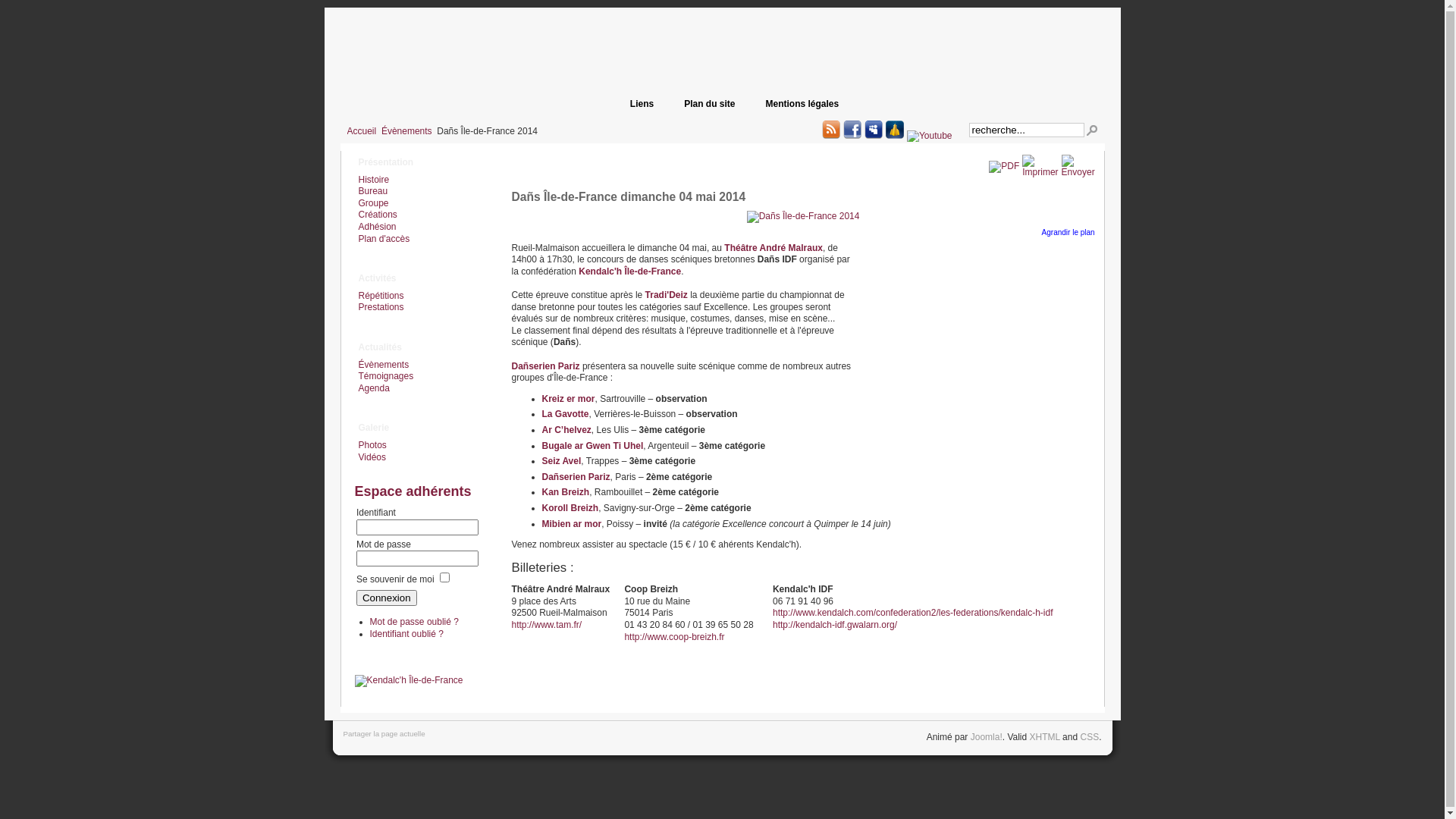 The height and width of the screenshot is (819, 1456). I want to click on 'PDF', so click(989, 166).